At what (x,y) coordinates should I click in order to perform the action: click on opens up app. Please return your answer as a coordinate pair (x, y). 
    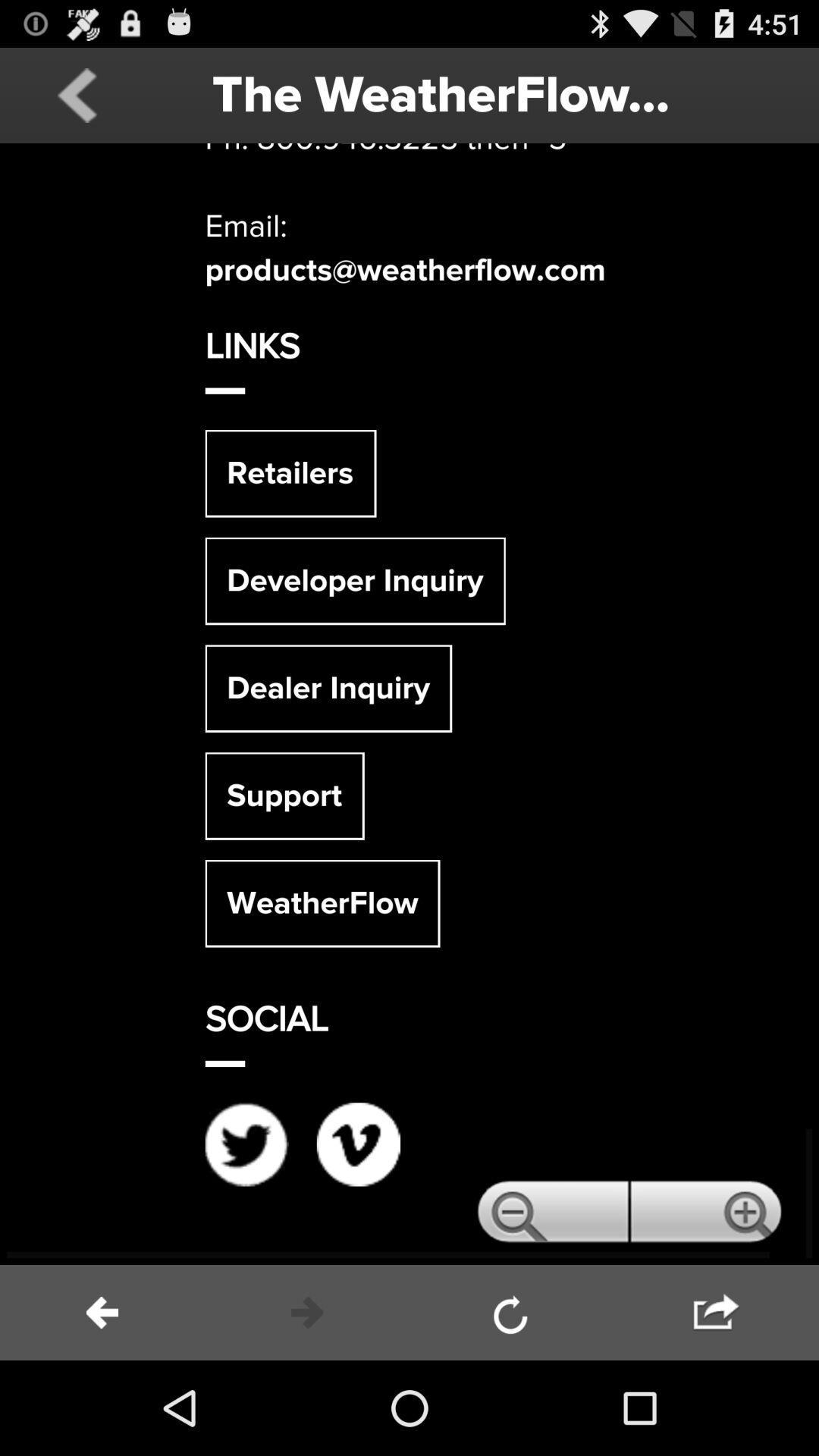
    Looking at the image, I should click on (409, 703).